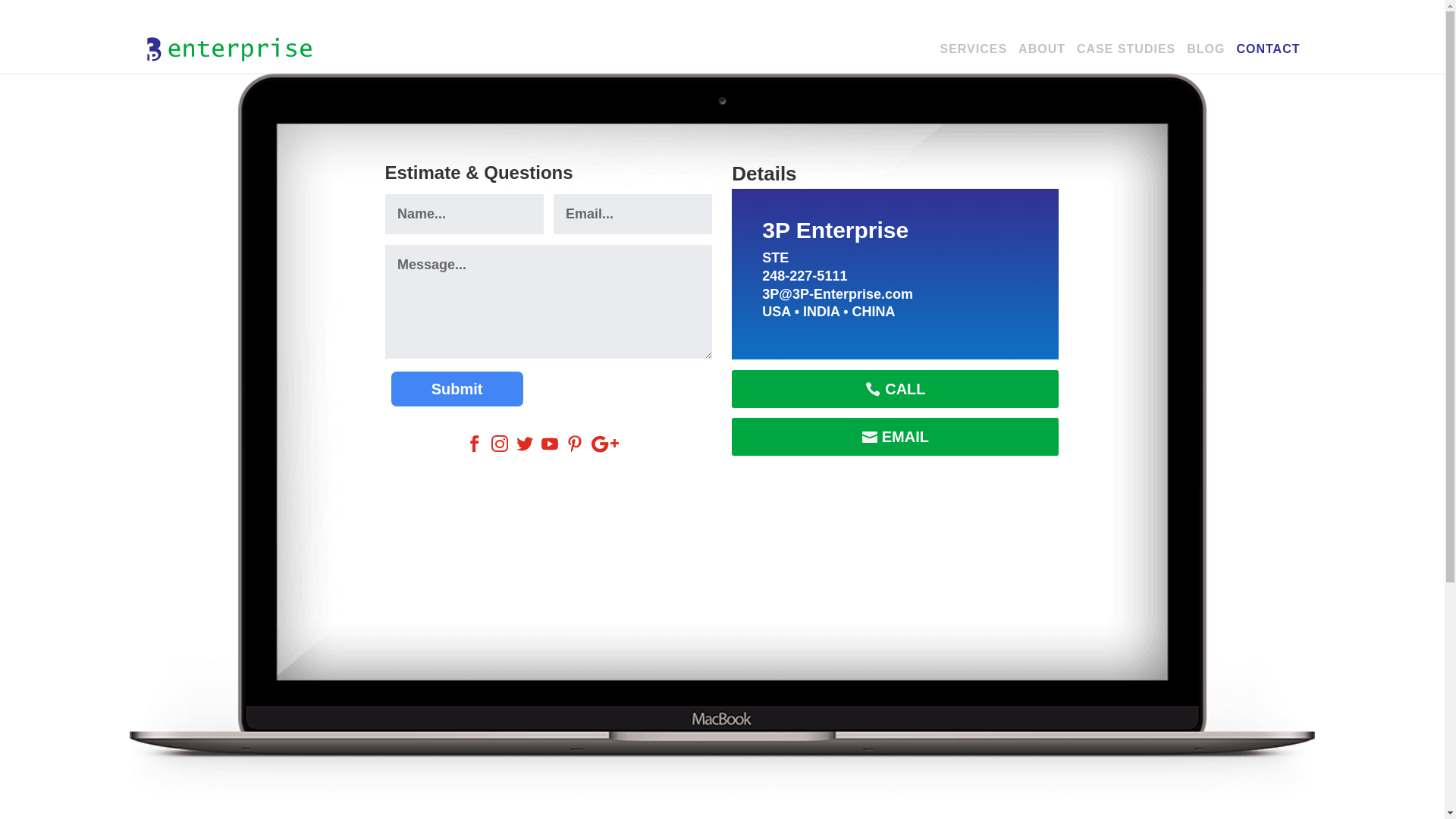  Describe the element at coordinates (1125, 58) in the screenshot. I see `'CASE STUDIES'` at that location.